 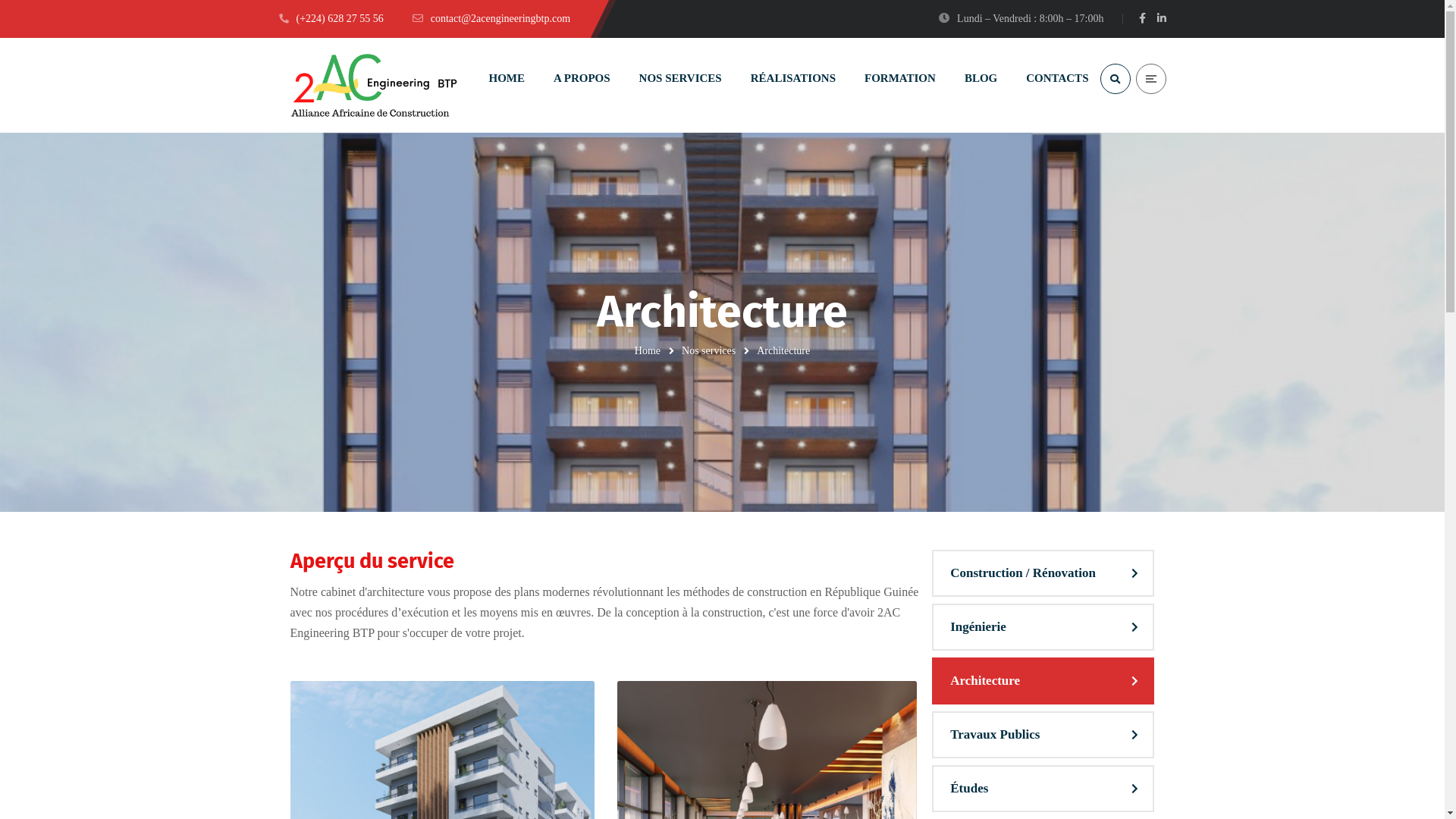 I want to click on 'CONTACTS', so click(x=1026, y=78).